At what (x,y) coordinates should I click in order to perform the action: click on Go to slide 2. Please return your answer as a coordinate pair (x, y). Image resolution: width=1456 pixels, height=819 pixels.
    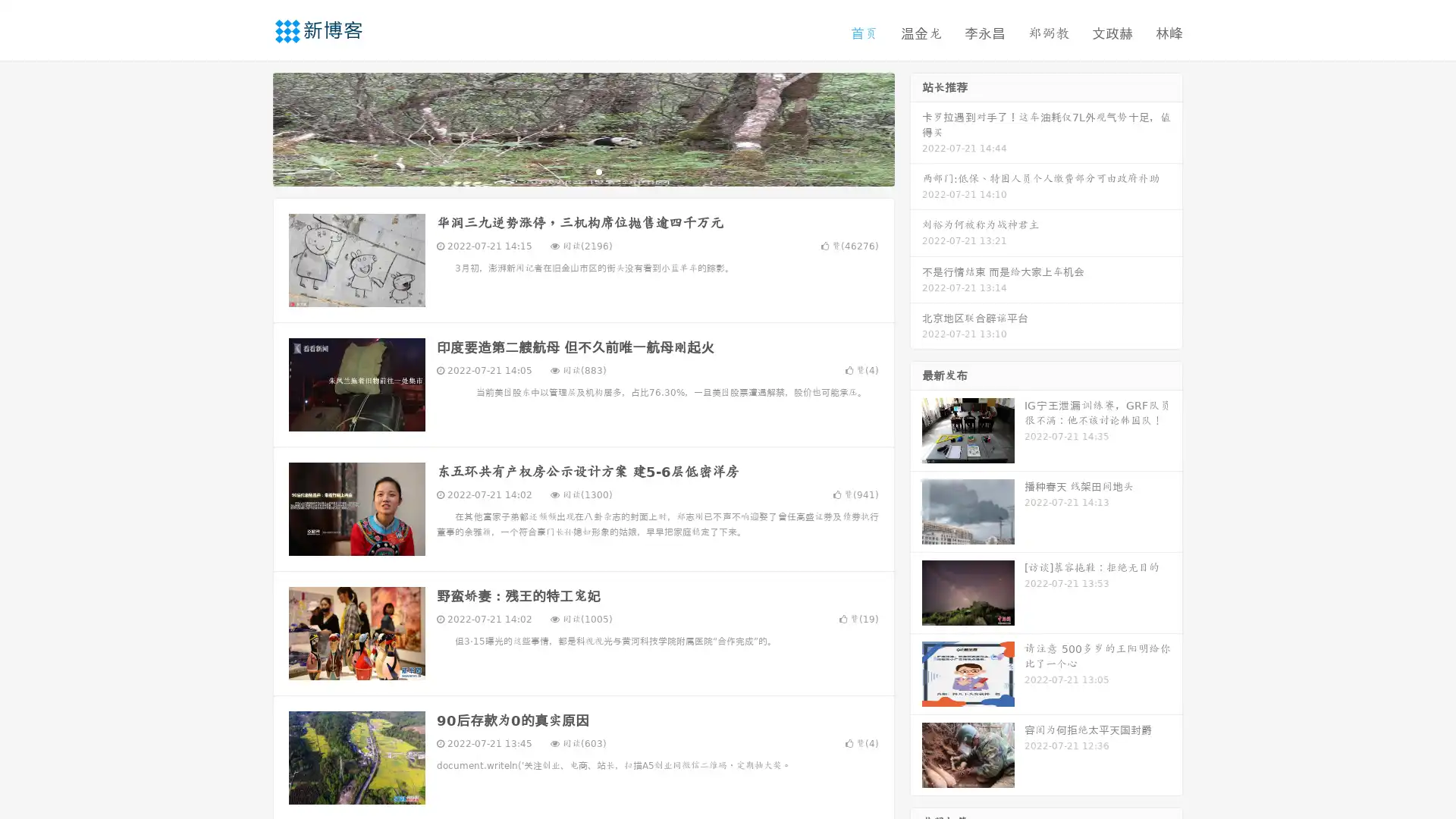
    Looking at the image, I should click on (582, 171).